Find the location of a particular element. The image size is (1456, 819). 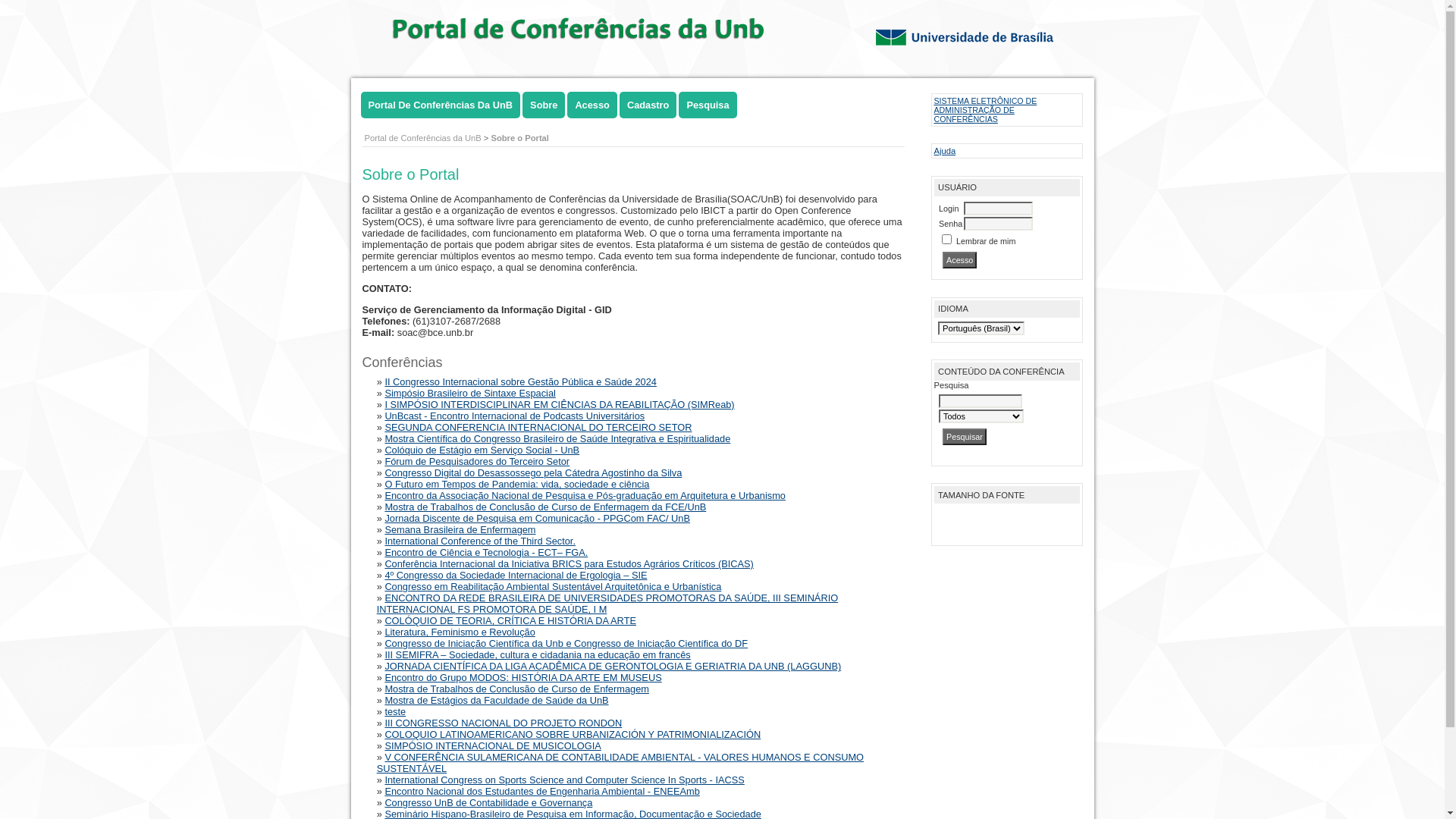

'Cadastro' is located at coordinates (648, 104).